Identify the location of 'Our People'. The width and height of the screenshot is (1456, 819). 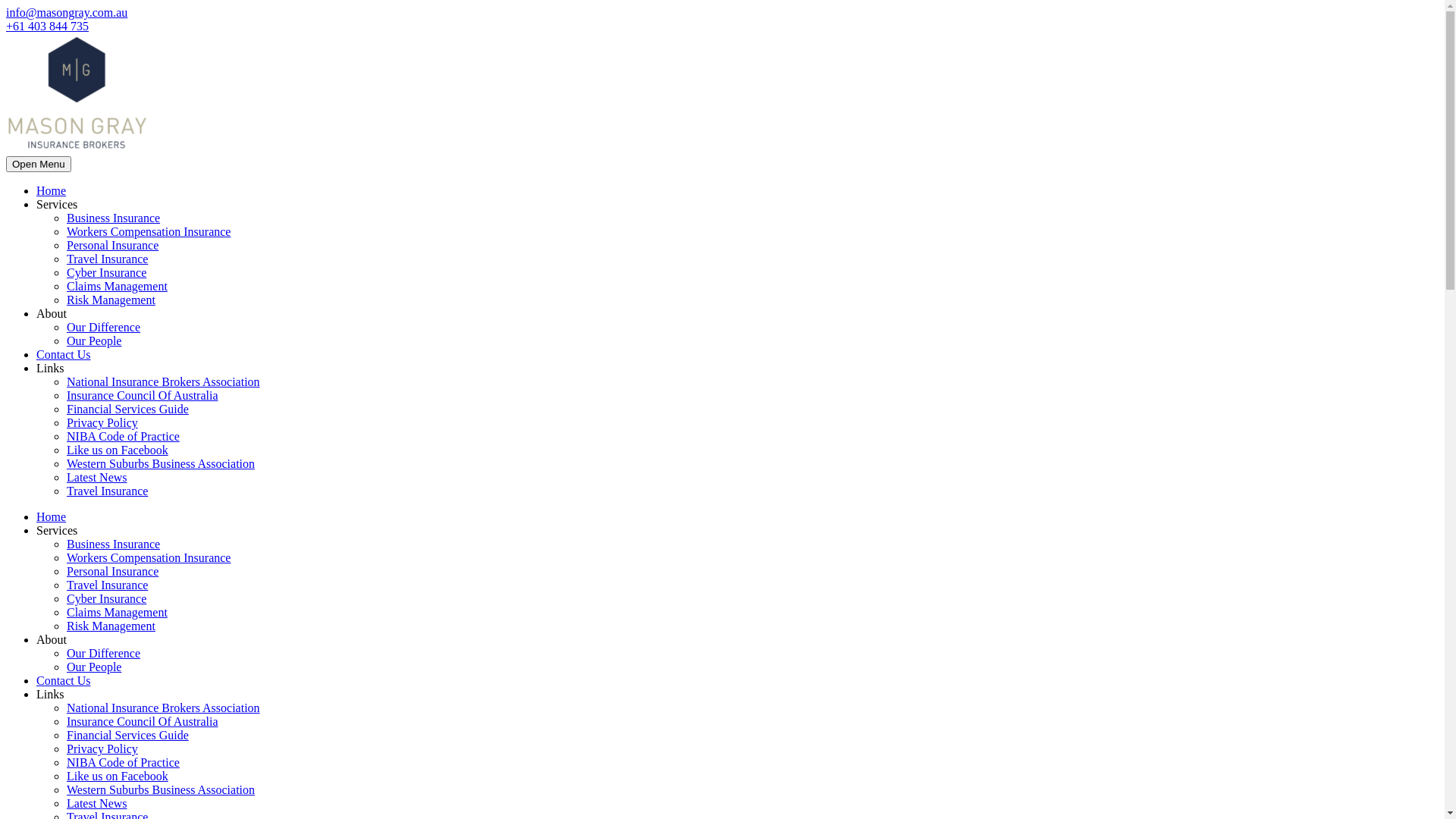
(93, 666).